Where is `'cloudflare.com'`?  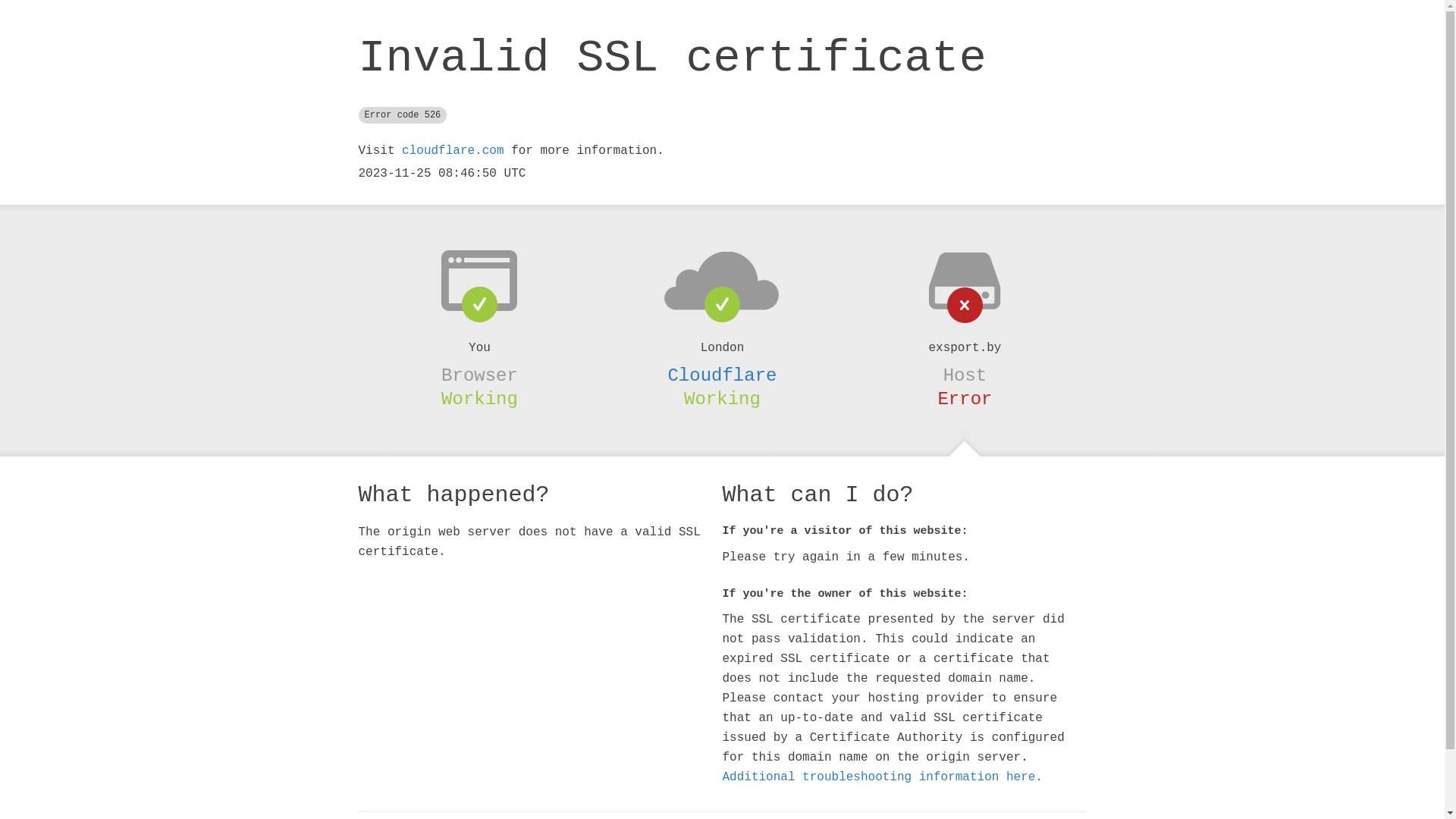 'cloudflare.com' is located at coordinates (451, 151).